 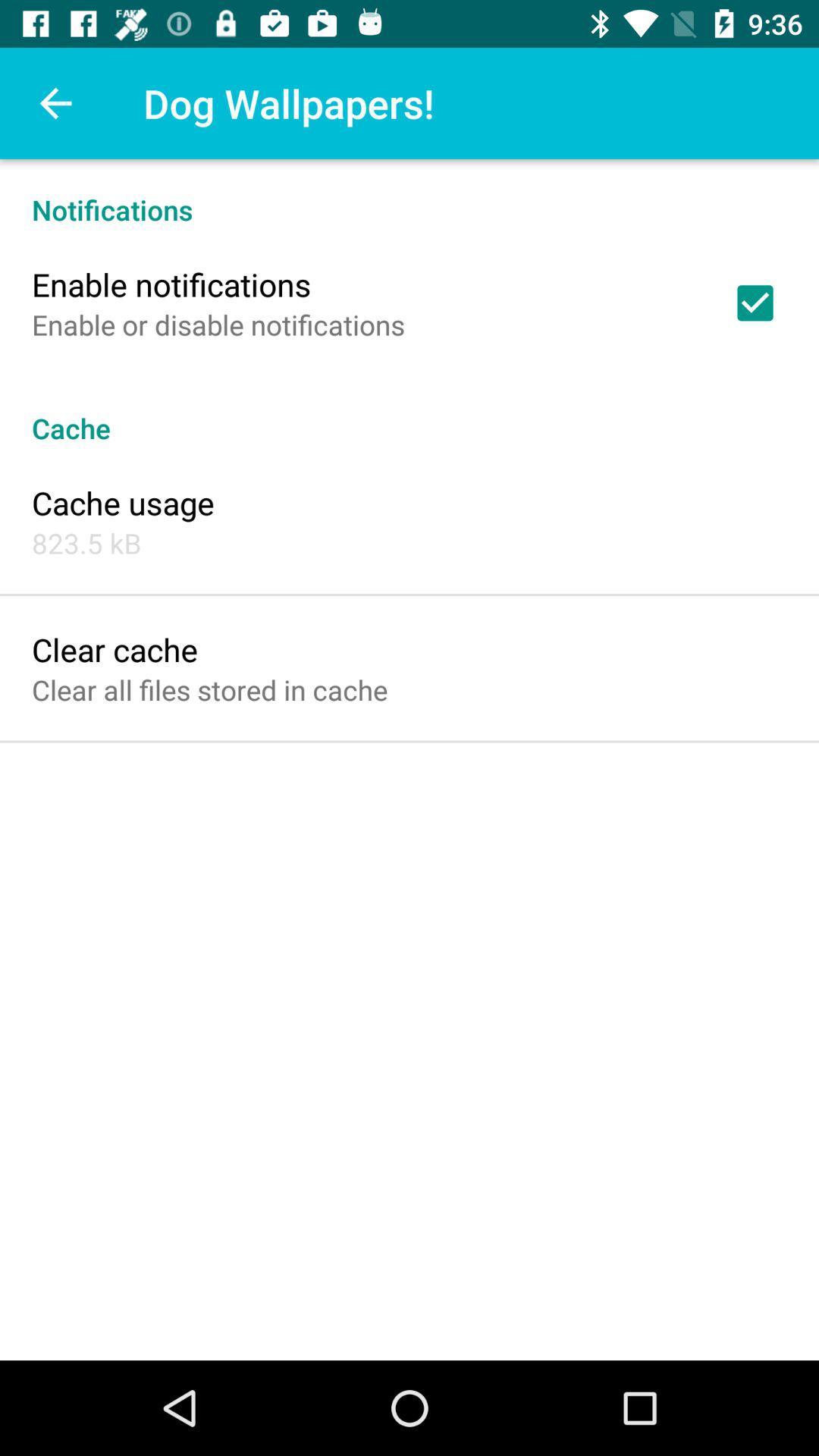 What do you see at coordinates (86, 543) in the screenshot?
I see `item below the cache usage icon` at bounding box center [86, 543].